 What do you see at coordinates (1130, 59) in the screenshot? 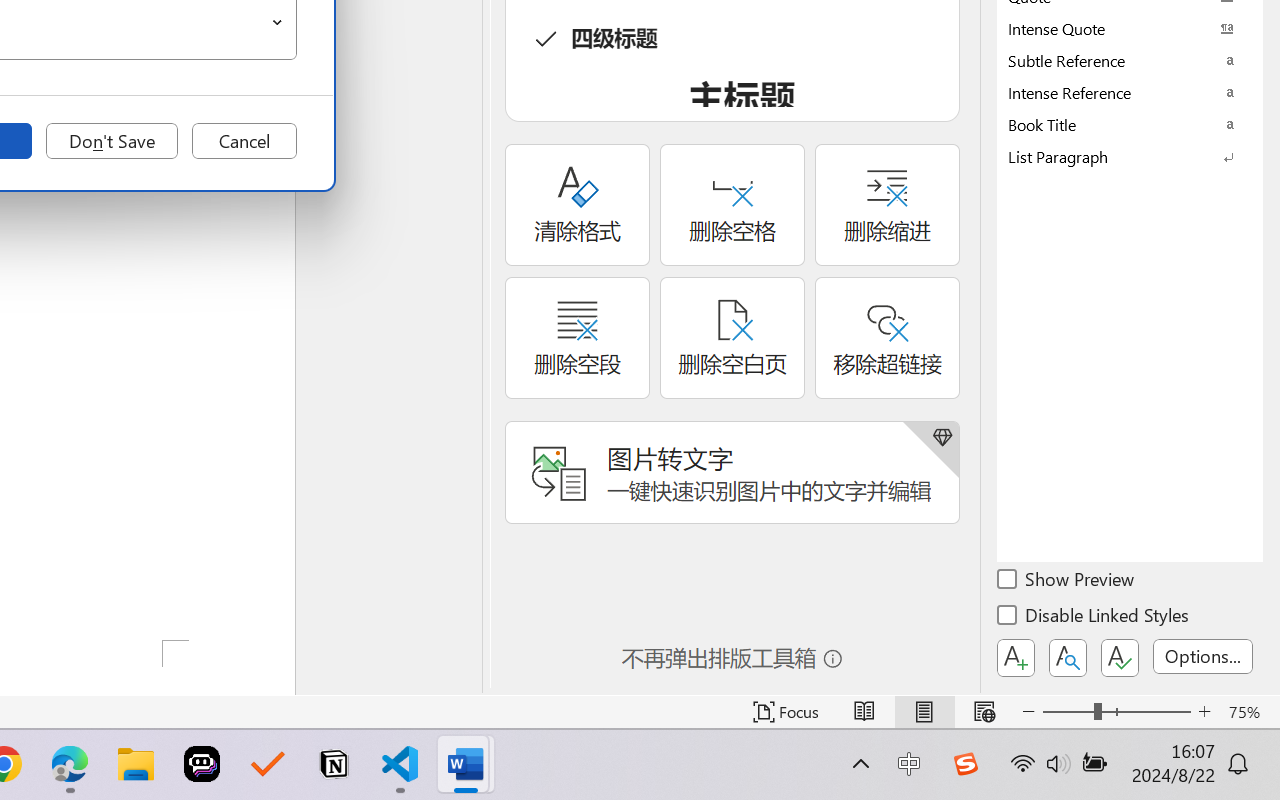
I see `'Subtle Reference'` at bounding box center [1130, 59].